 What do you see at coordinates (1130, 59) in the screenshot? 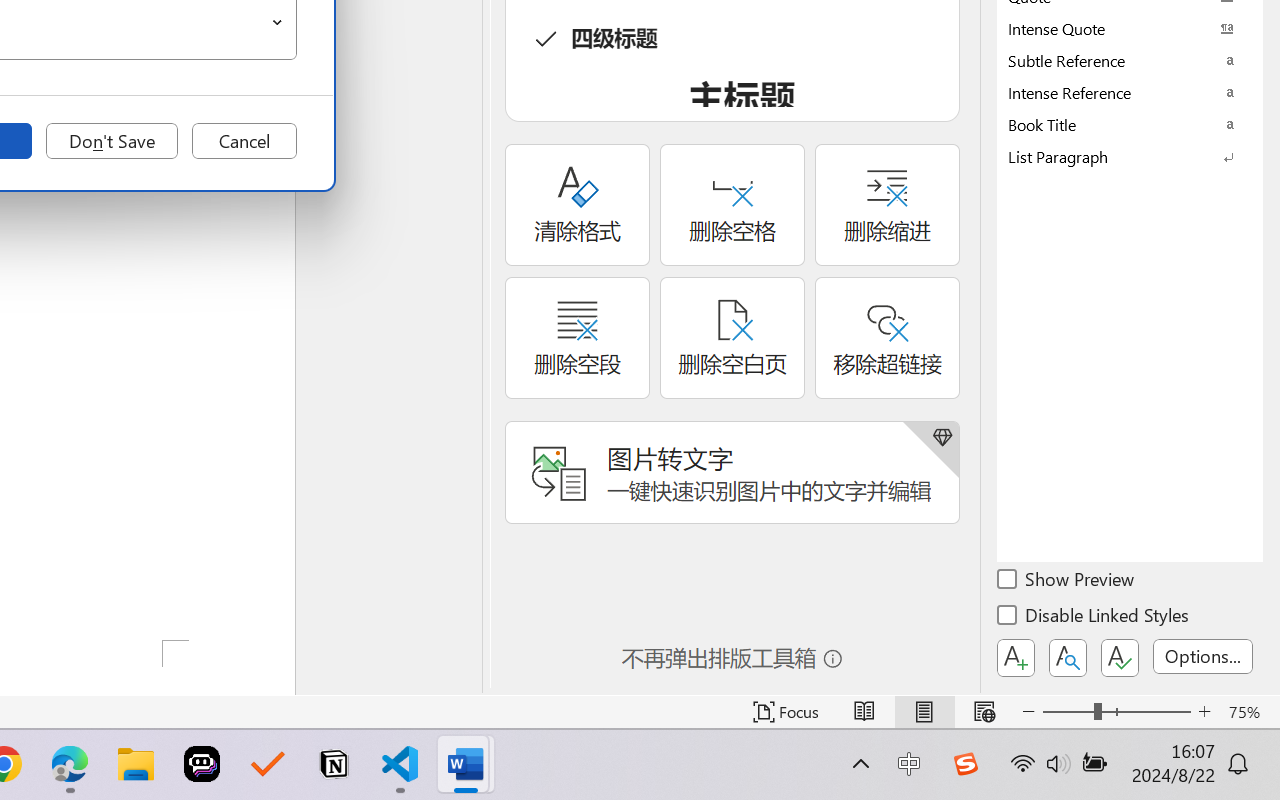
I see `'Subtle Reference'` at bounding box center [1130, 59].